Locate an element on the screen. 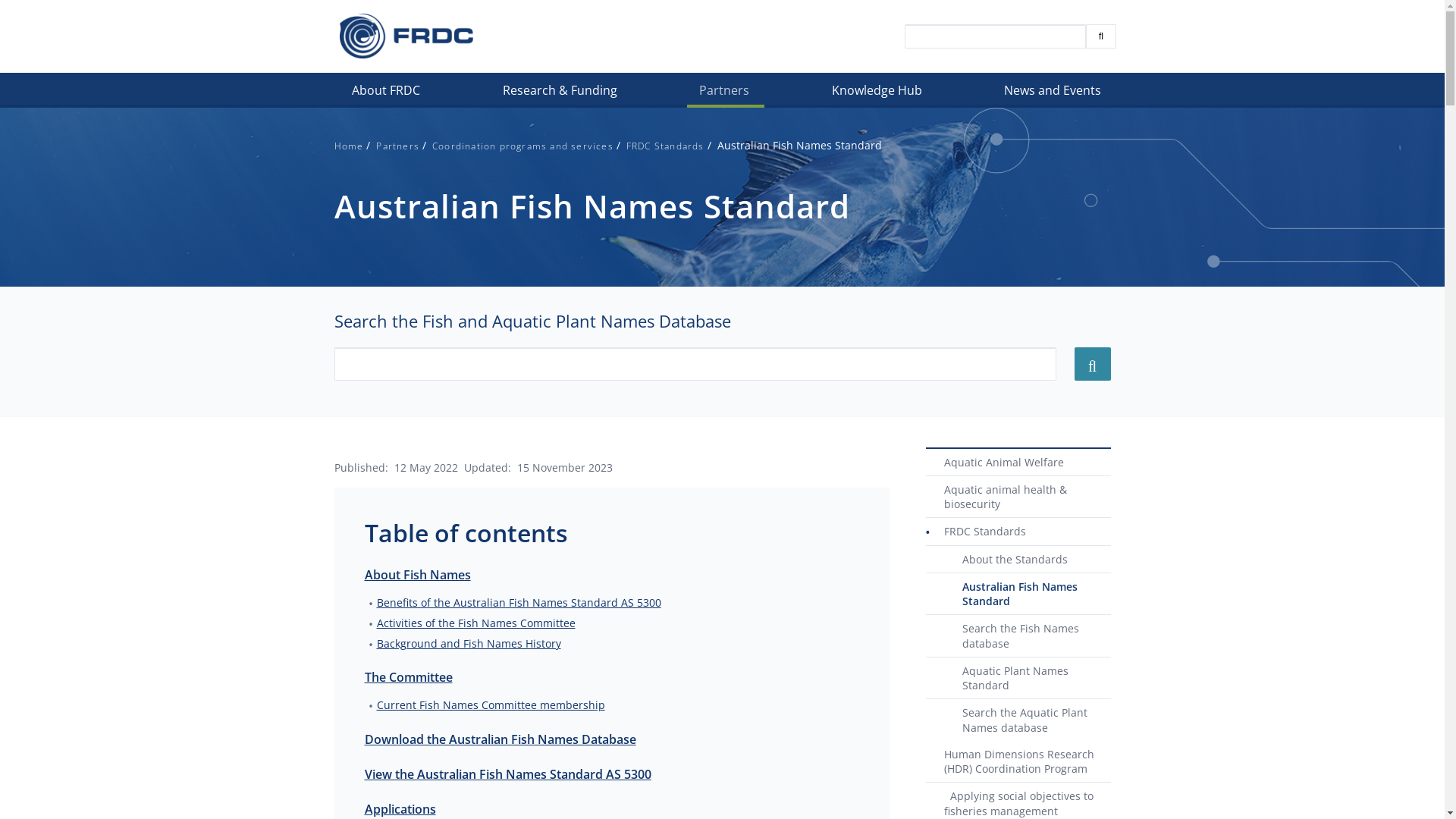 This screenshot has width=1456, height=819. 'Background and Fish Names History' is located at coordinates (467, 643).